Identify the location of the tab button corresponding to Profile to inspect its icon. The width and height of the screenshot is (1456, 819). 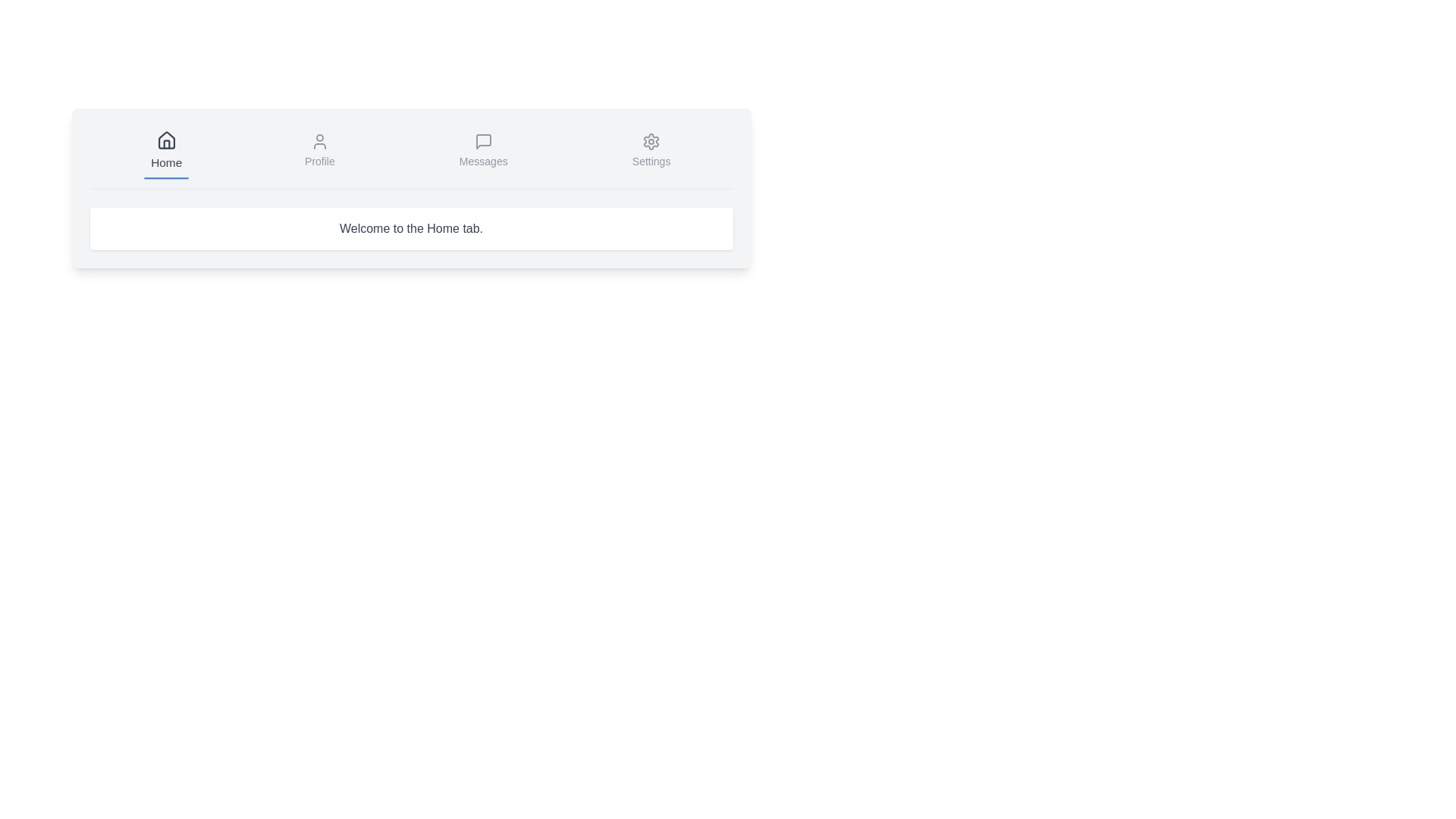
(318, 152).